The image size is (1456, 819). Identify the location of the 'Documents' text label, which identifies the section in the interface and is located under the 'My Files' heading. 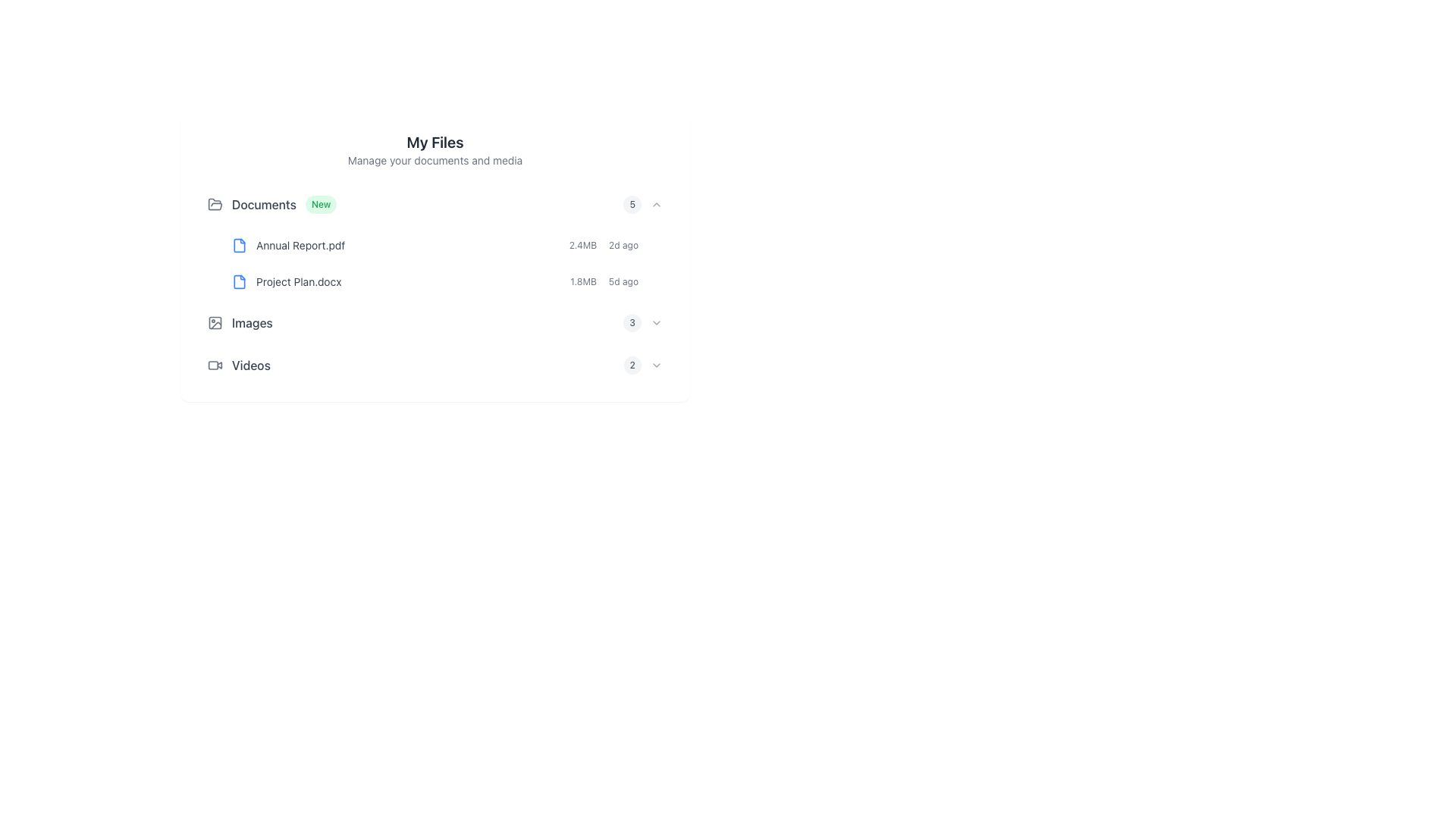
(264, 205).